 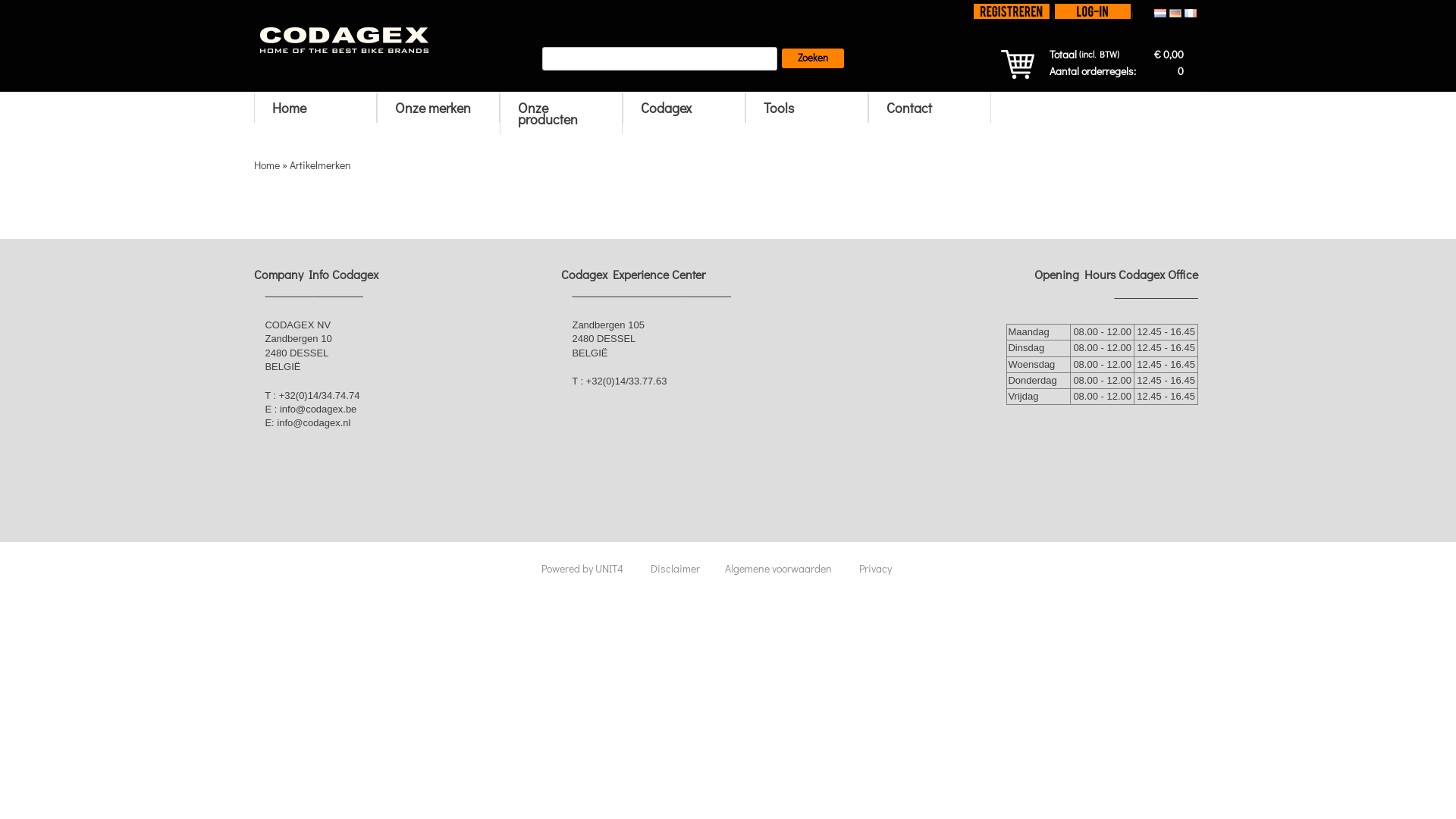 What do you see at coordinates (1175, 13) in the screenshot?
I see `'Deutsch'` at bounding box center [1175, 13].